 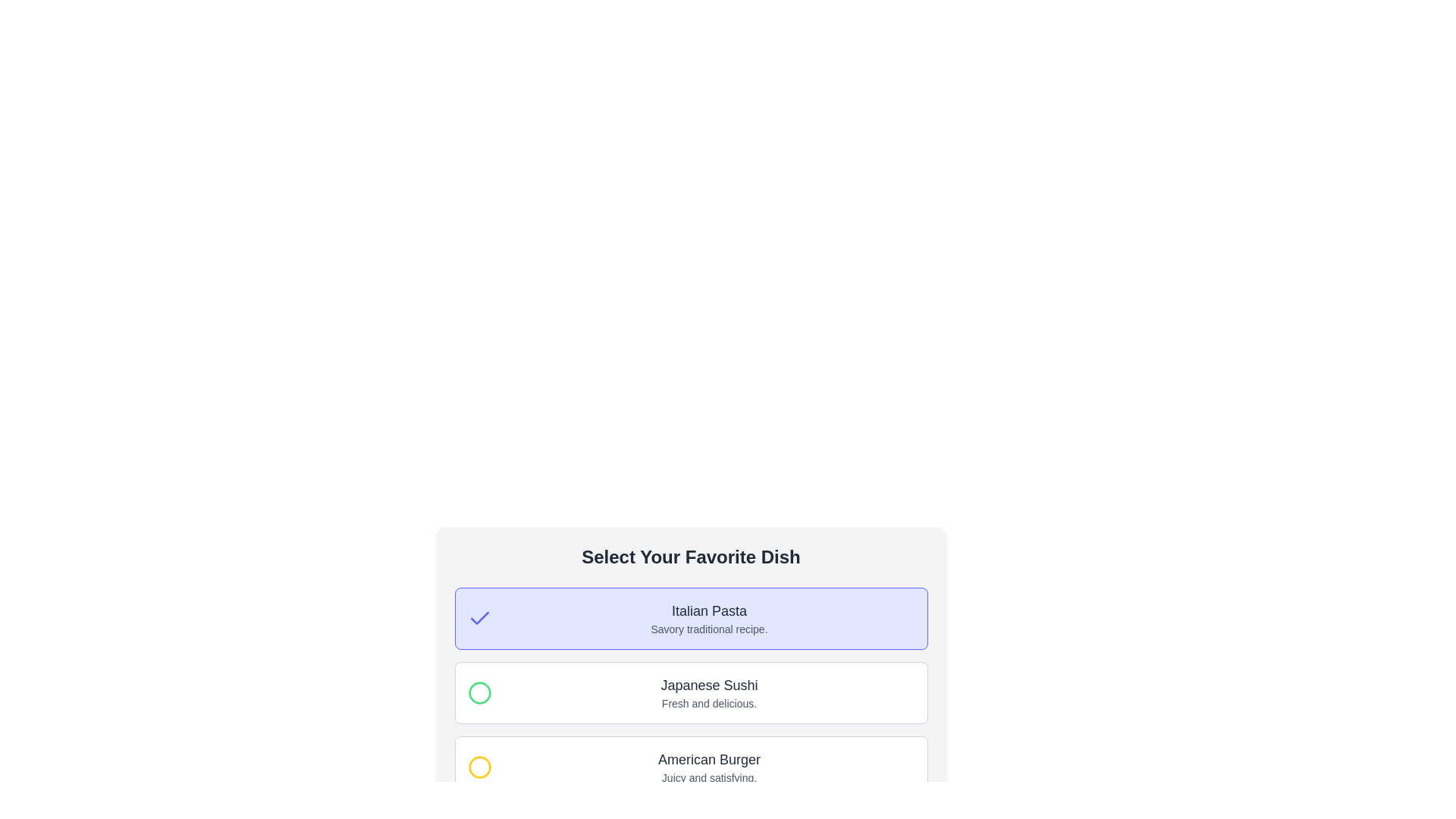 What do you see at coordinates (690, 693) in the screenshot?
I see `the 'Japanese Sushi' option card in the 'Select Your Favorite Dish' section` at bounding box center [690, 693].